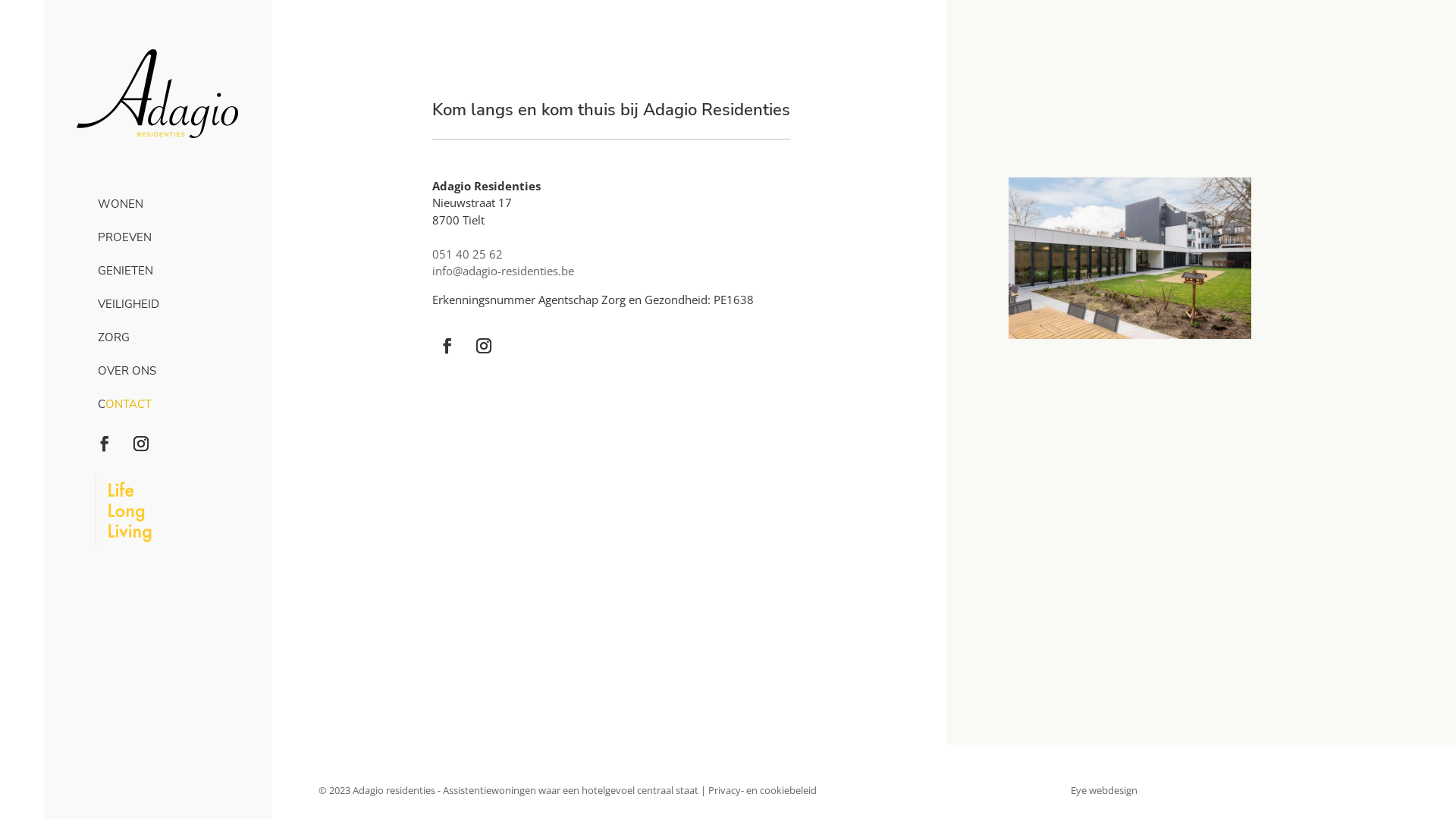  Describe the element at coordinates (157, 336) in the screenshot. I see `'ZORG'` at that location.